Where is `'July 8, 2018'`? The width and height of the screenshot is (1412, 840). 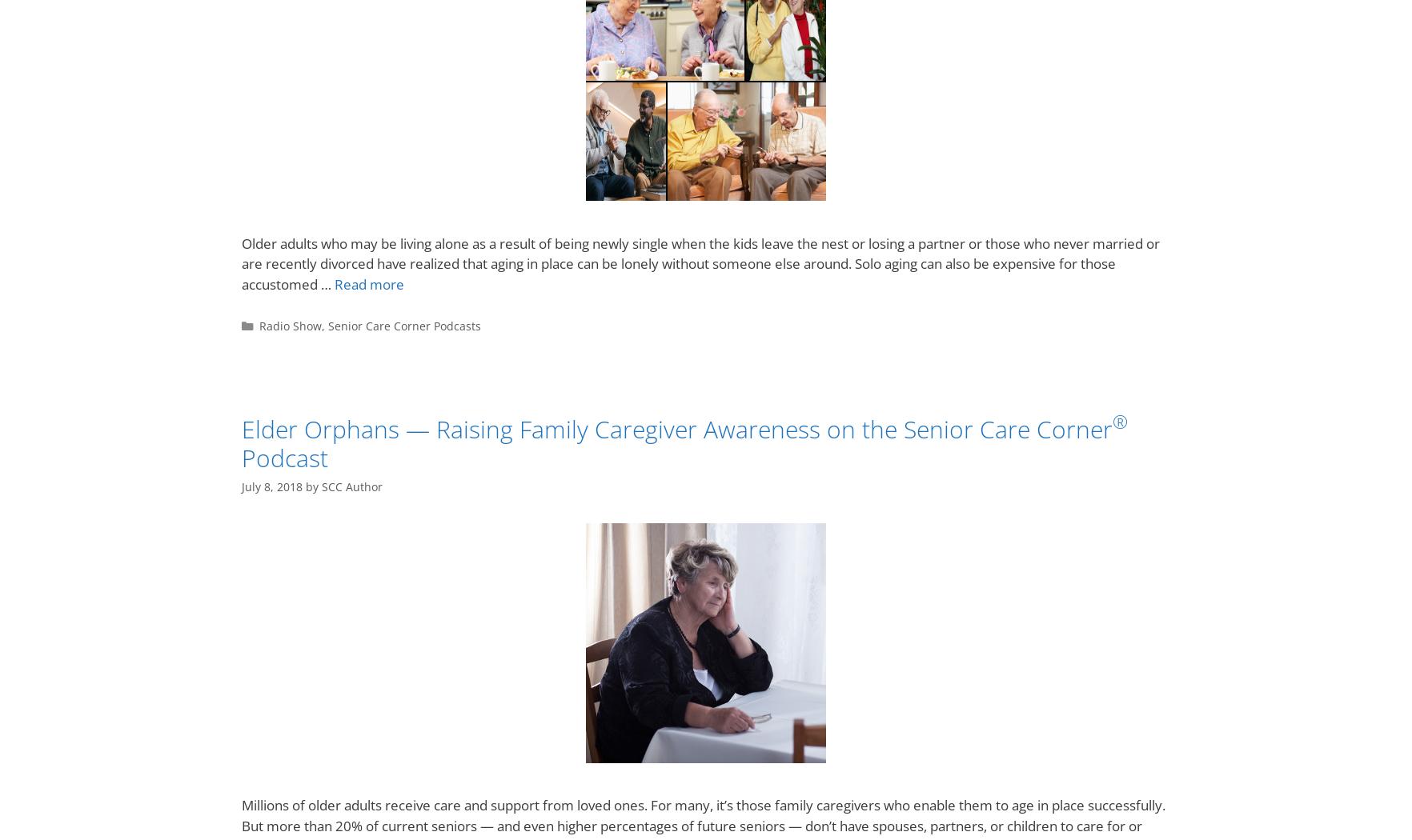
'July 8, 2018' is located at coordinates (271, 486).